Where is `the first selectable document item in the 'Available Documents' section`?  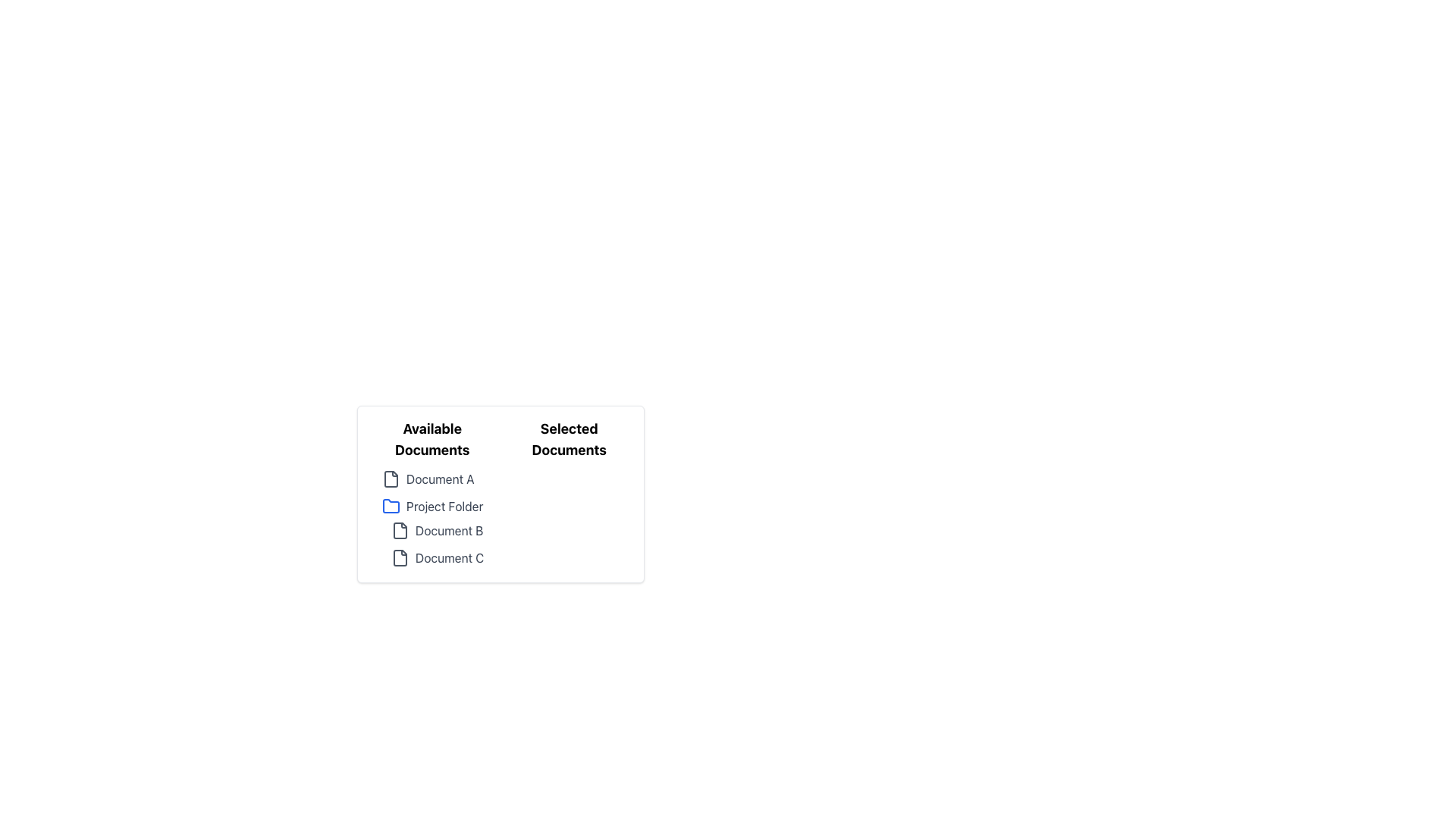 the first selectable document item in the 'Available Documents' section is located at coordinates (436, 479).